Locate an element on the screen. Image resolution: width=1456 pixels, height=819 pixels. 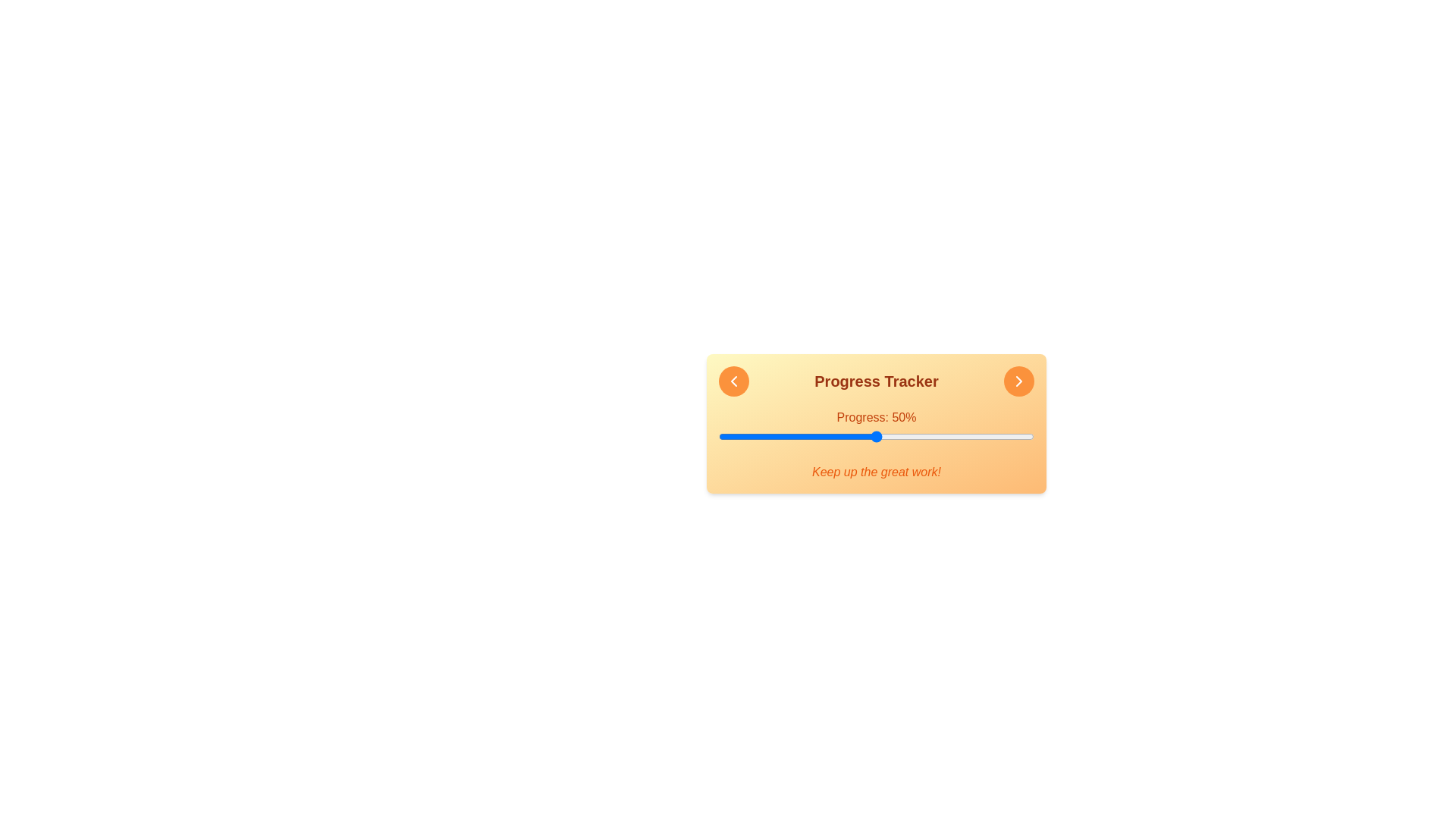
right arrow button to increase the progress is located at coordinates (1019, 380).